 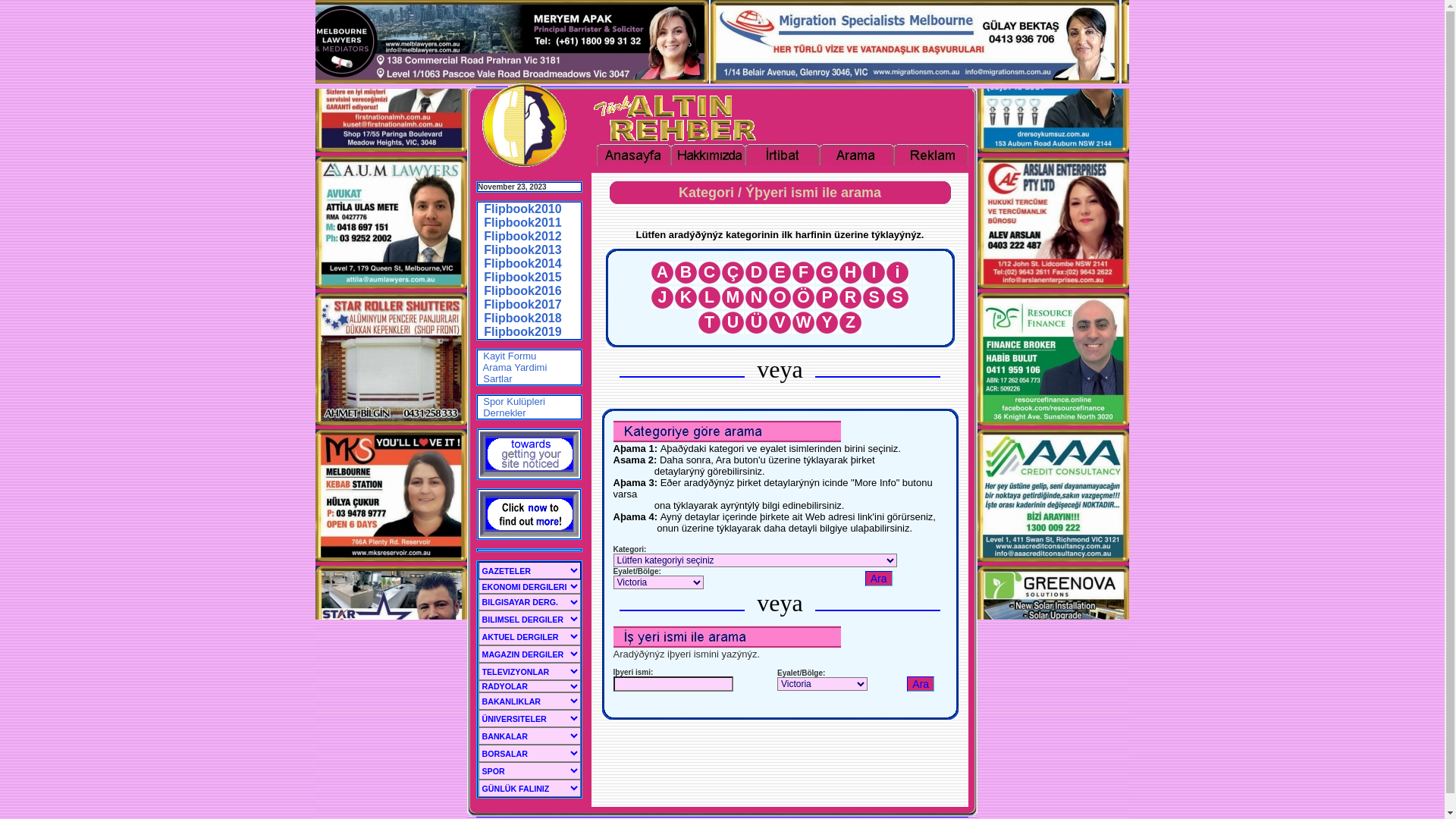 What do you see at coordinates (874, 300) in the screenshot?
I see `'S'` at bounding box center [874, 300].